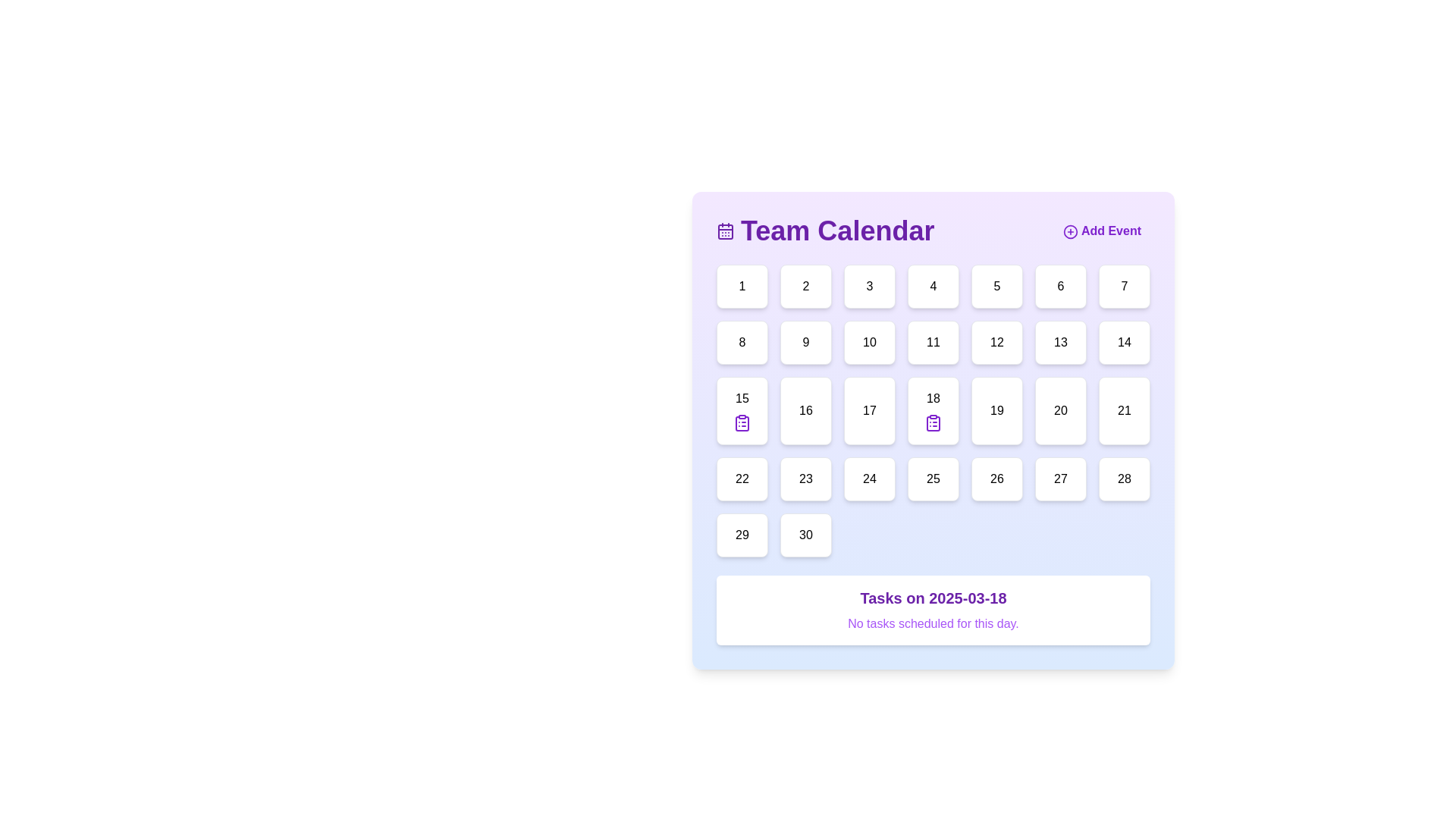 The height and width of the screenshot is (819, 1456). I want to click on the rounded rectangular button with a white background and the number '8' centered in black text to show context-specific options, so click(742, 342).